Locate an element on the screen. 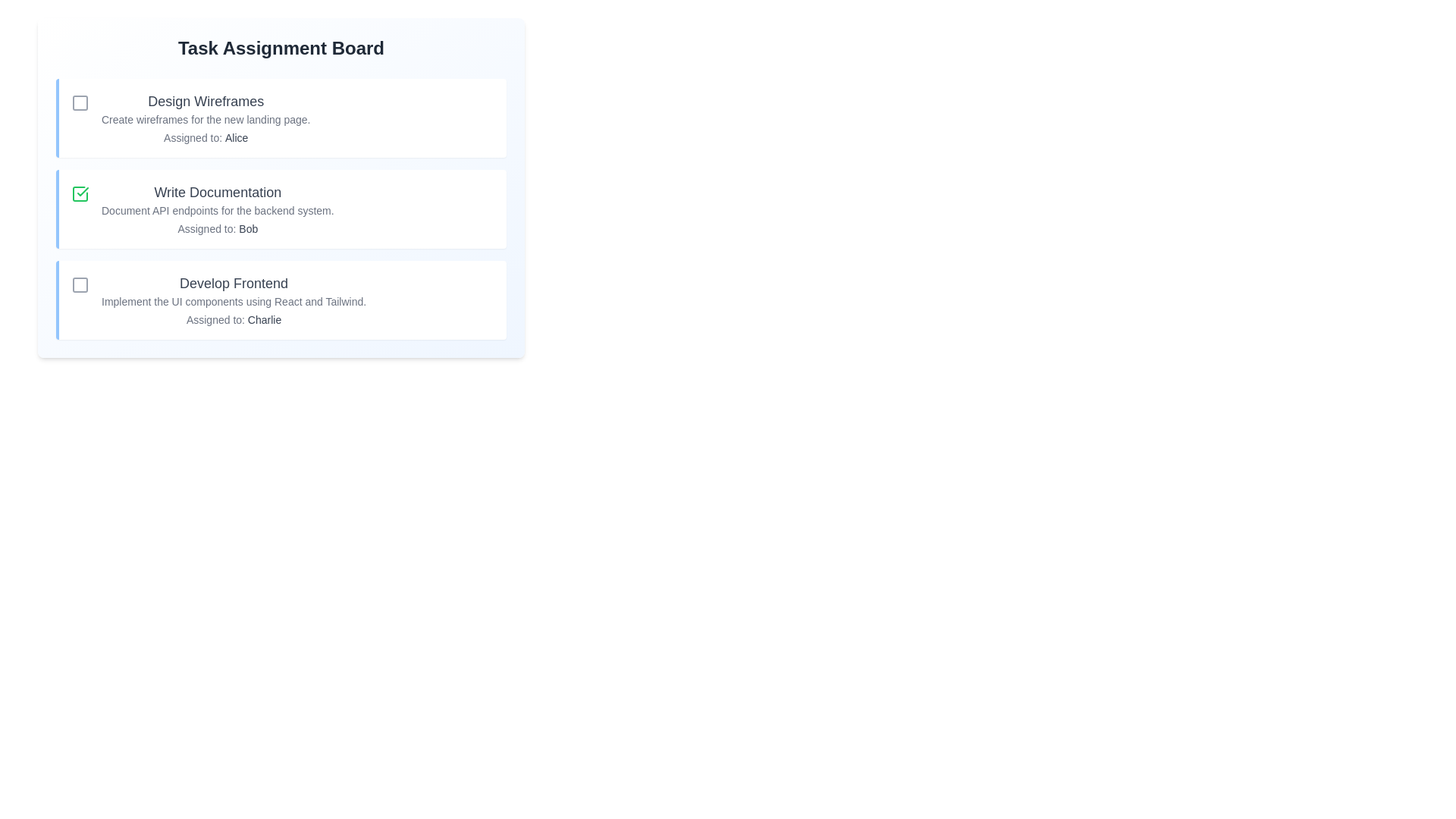 This screenshot has height=819, width=1456. the checkbox for the 'Design Wireframes' task is located at coordinates (79, 102).